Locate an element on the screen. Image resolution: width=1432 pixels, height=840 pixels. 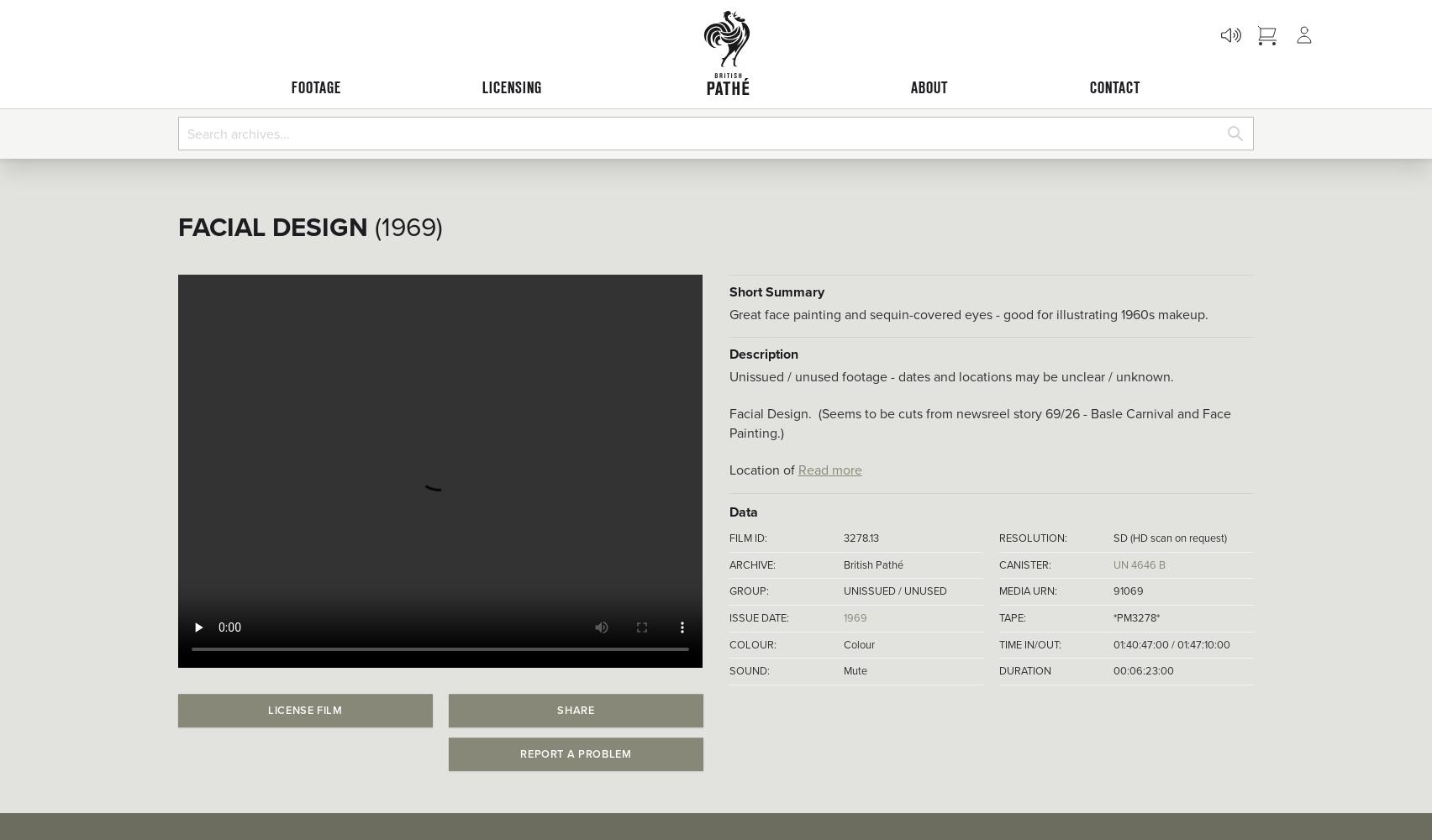
'ABOUT' is located at coordinates (910, 87).